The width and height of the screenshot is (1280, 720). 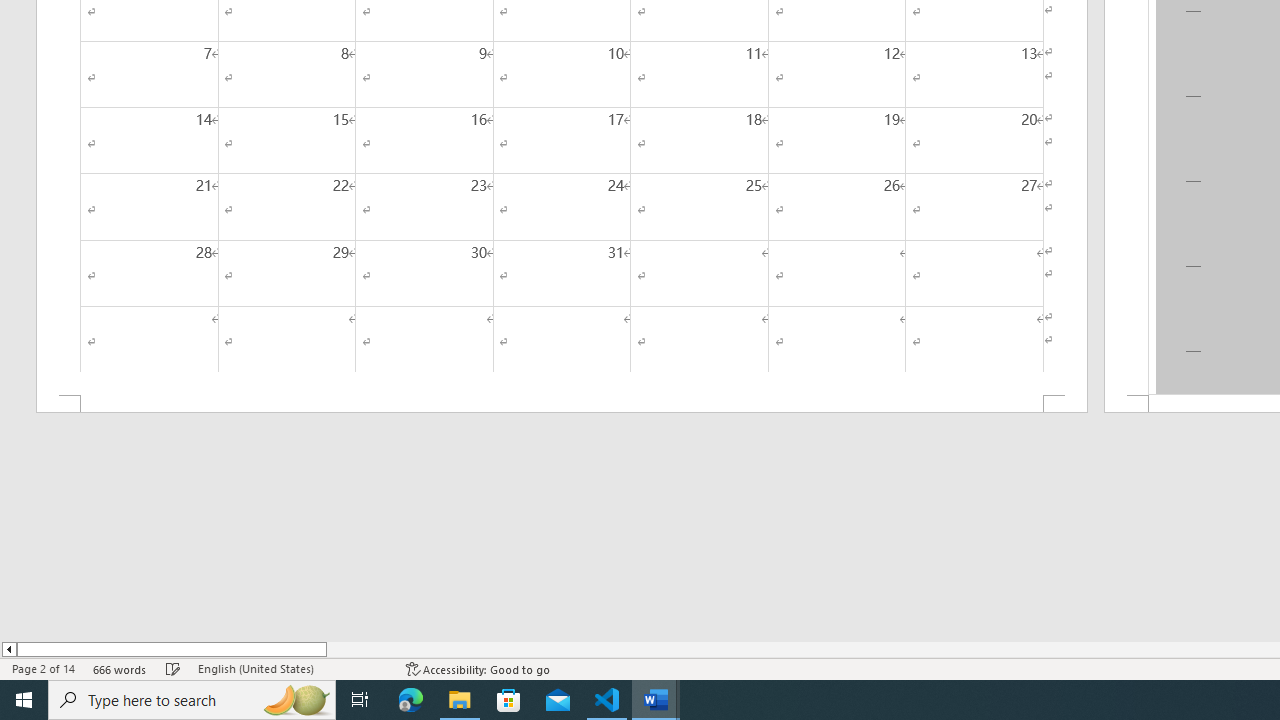 I want to click on 'Column left', so click(x=8, y=649).